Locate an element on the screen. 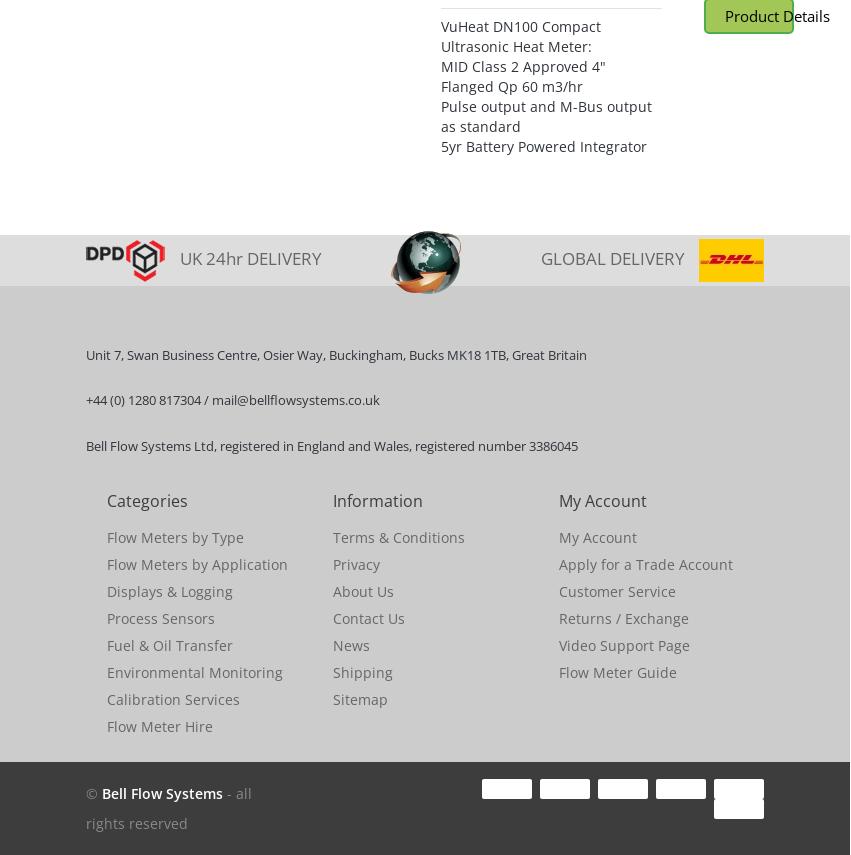 Image resolution: width=851 pixels, height=855 pixels. 'Calibration Services' is located at coordinates (105, 698).